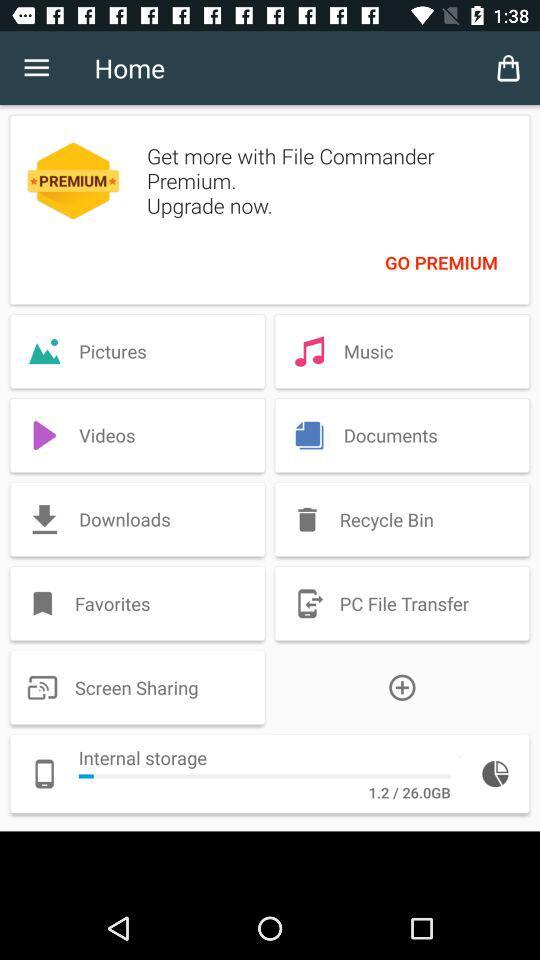 Image resolution: width=540 pixels, height=960 pixels. I want to click on the icon to the left of home, so click(36, 68).